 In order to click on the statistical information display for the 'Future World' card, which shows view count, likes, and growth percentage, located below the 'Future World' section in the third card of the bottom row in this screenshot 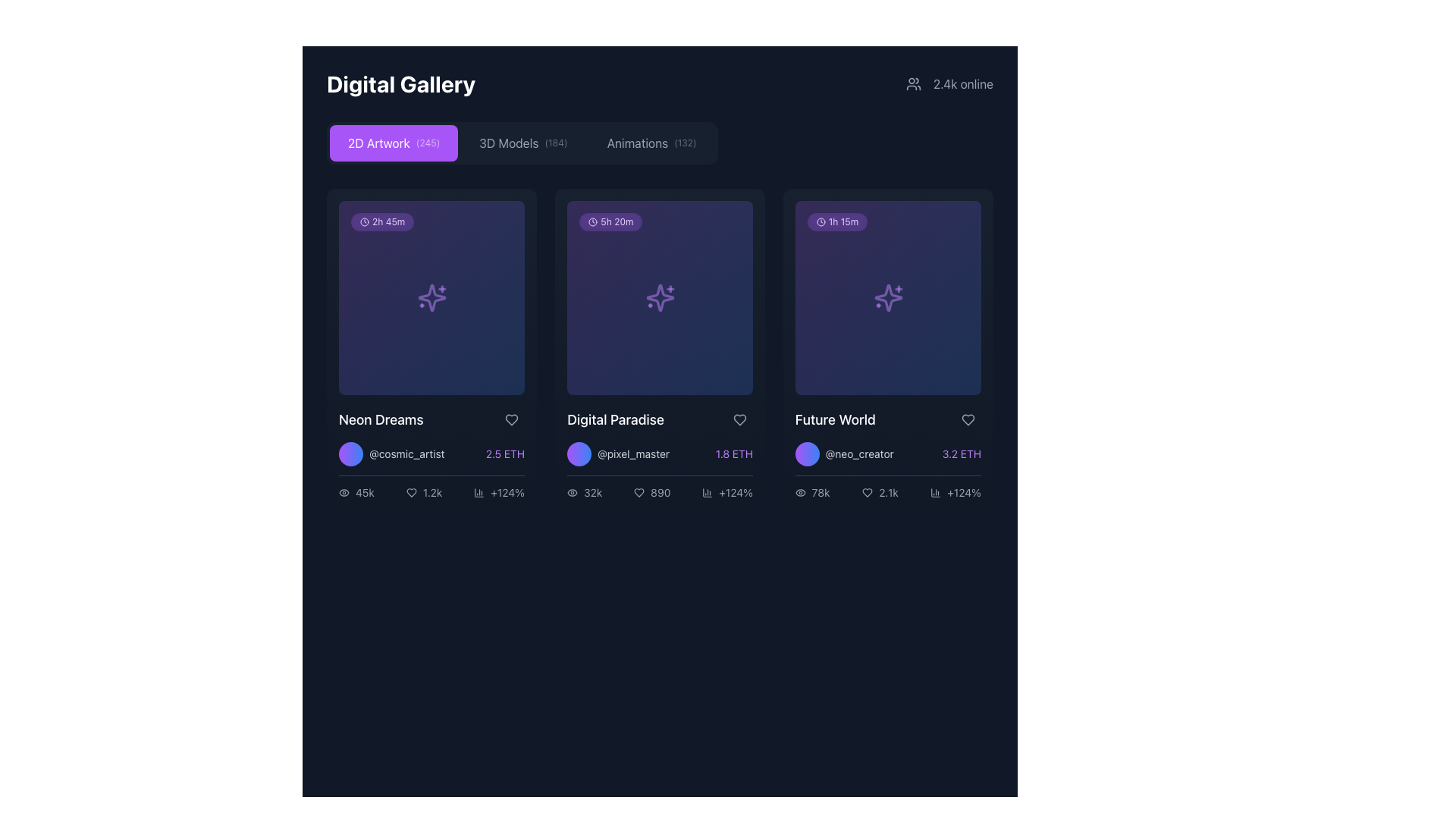, I will do `click(888, 488)`.